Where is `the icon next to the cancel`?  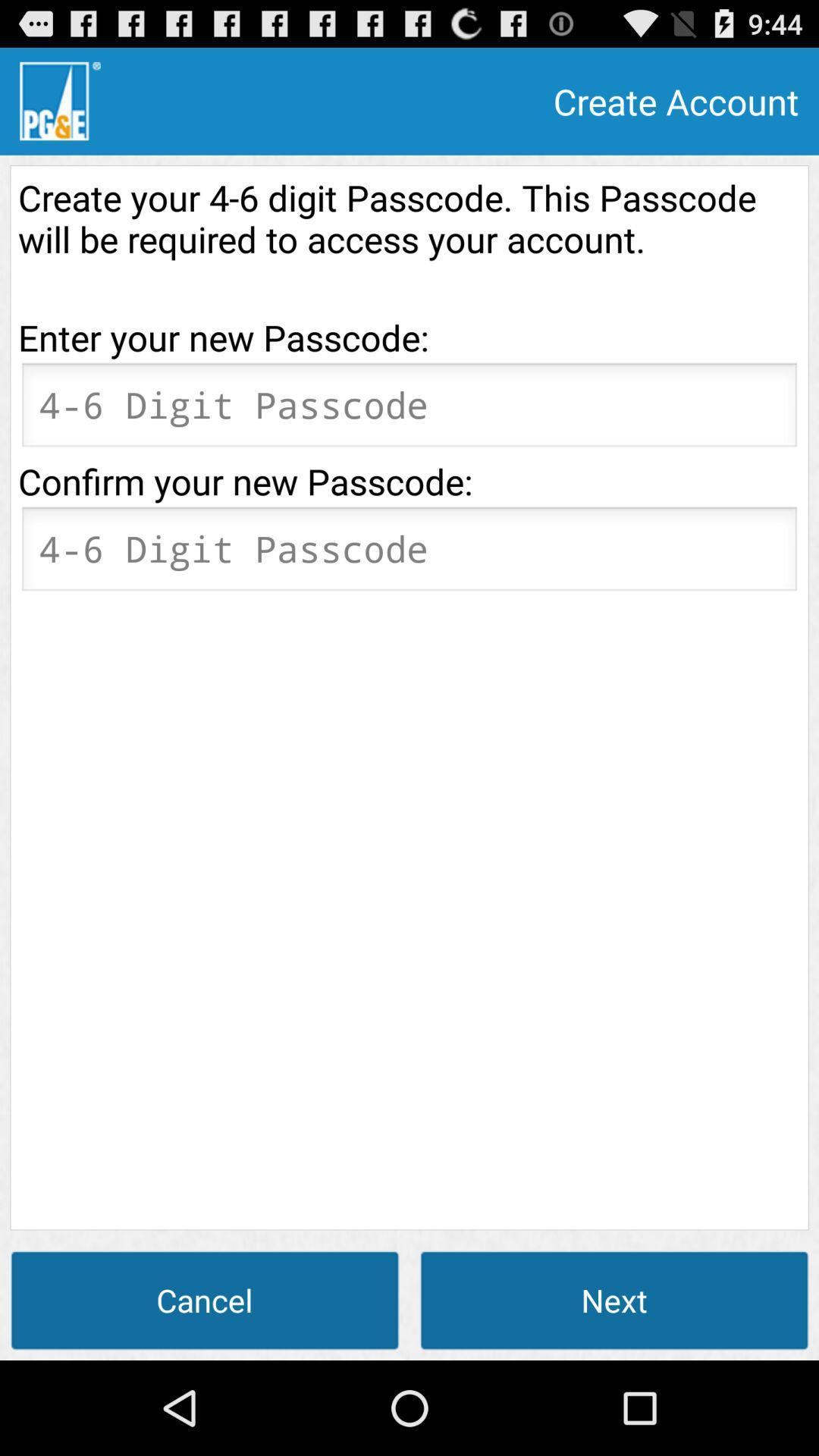 the icon next to the cancel is located at coordinates (614, 1299).